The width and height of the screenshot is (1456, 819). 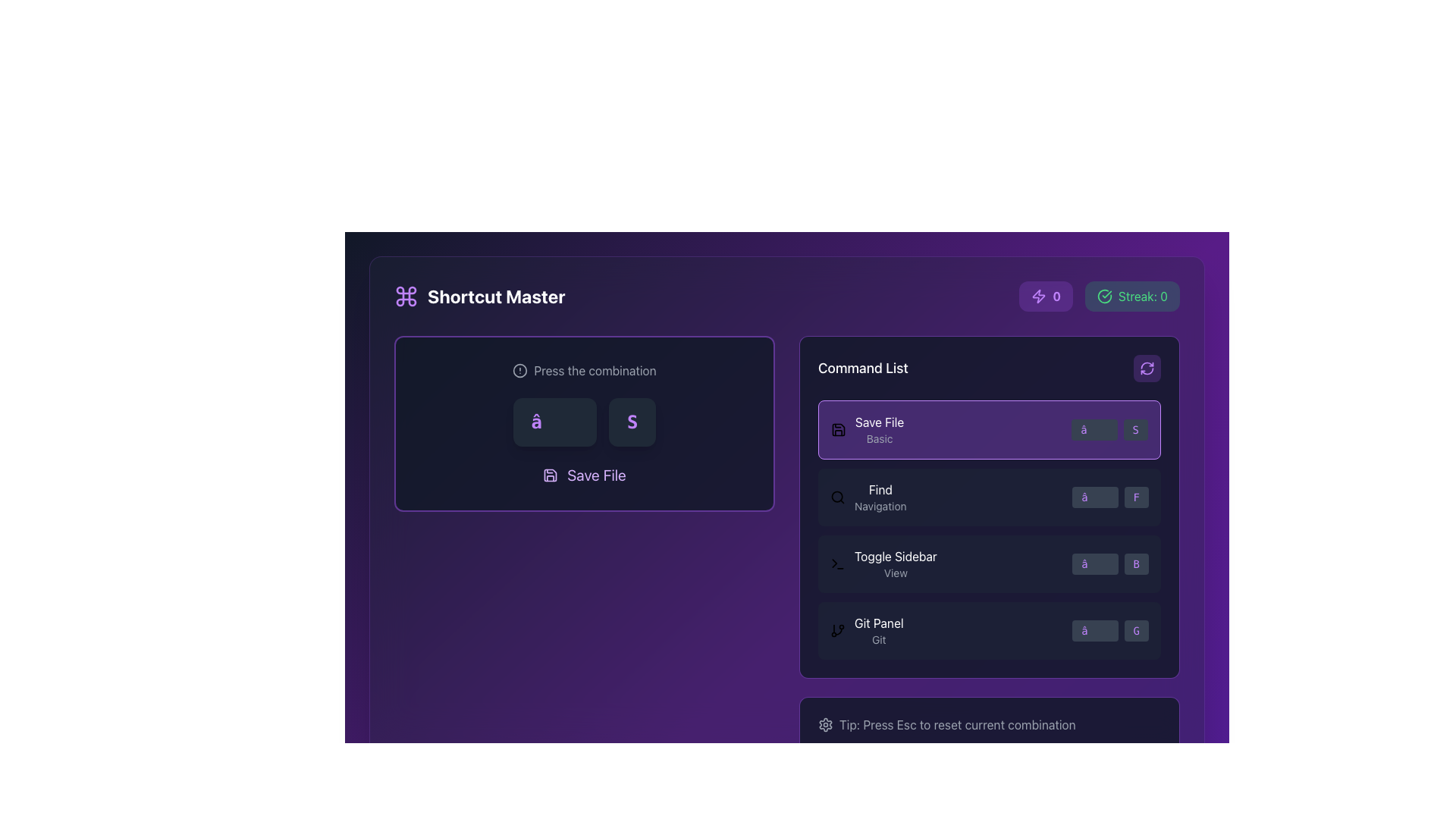 What do you see at coordinates (896, 556) in the screenshot?
I see `the 'Toggle Sidebar' text label, which is the third item in the 'Command List' section styled in white on a dark purple background` at bounding box center [896, 556].